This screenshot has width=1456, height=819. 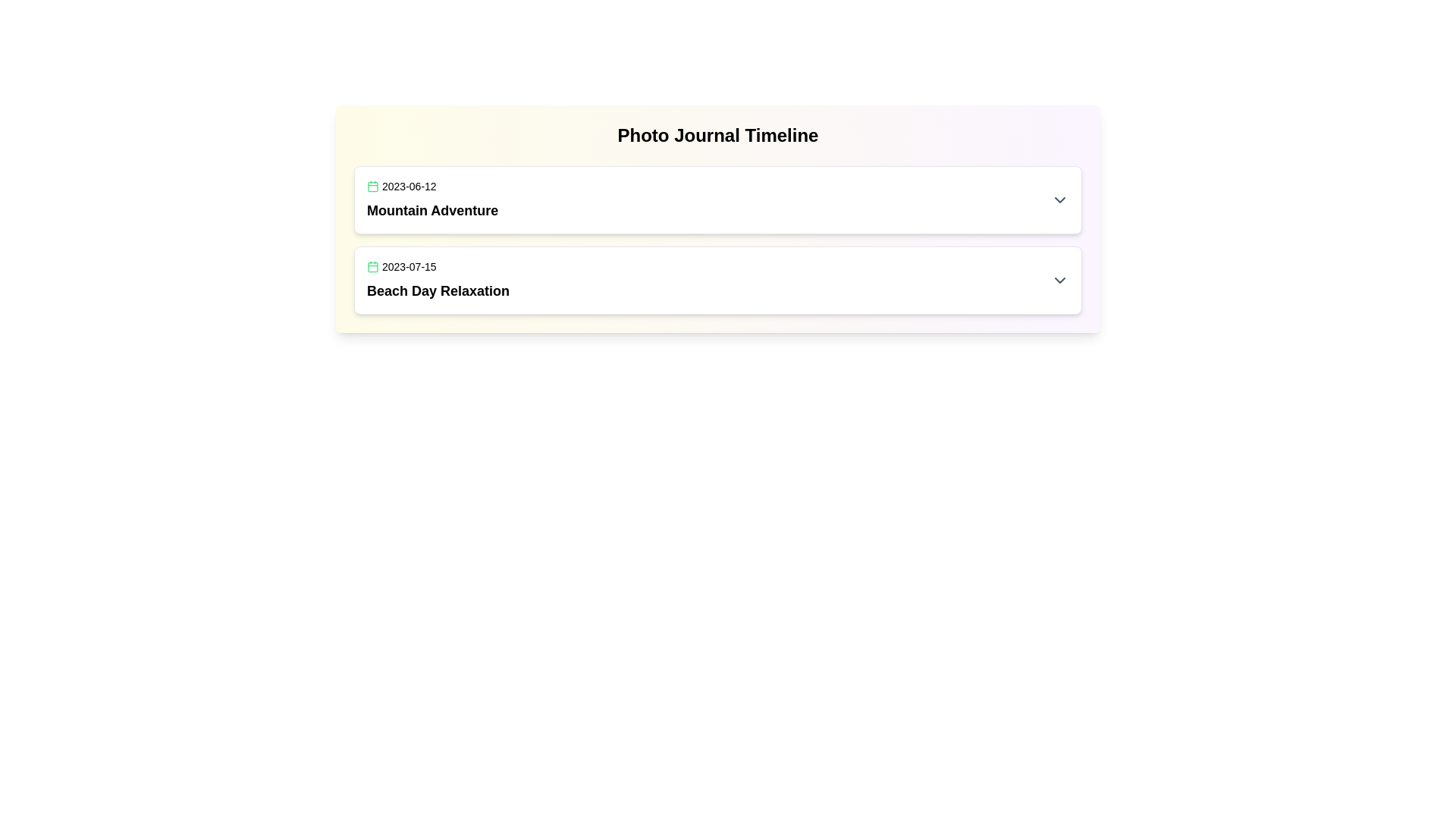 What do you see at coordinates (717, 281) in the screenshot?
I see `the Information card located within the 'Photo Journal Timeline', specifically the second card below 'Mountain Adventure', to navigate through its details` at bounding box center [717, 281].